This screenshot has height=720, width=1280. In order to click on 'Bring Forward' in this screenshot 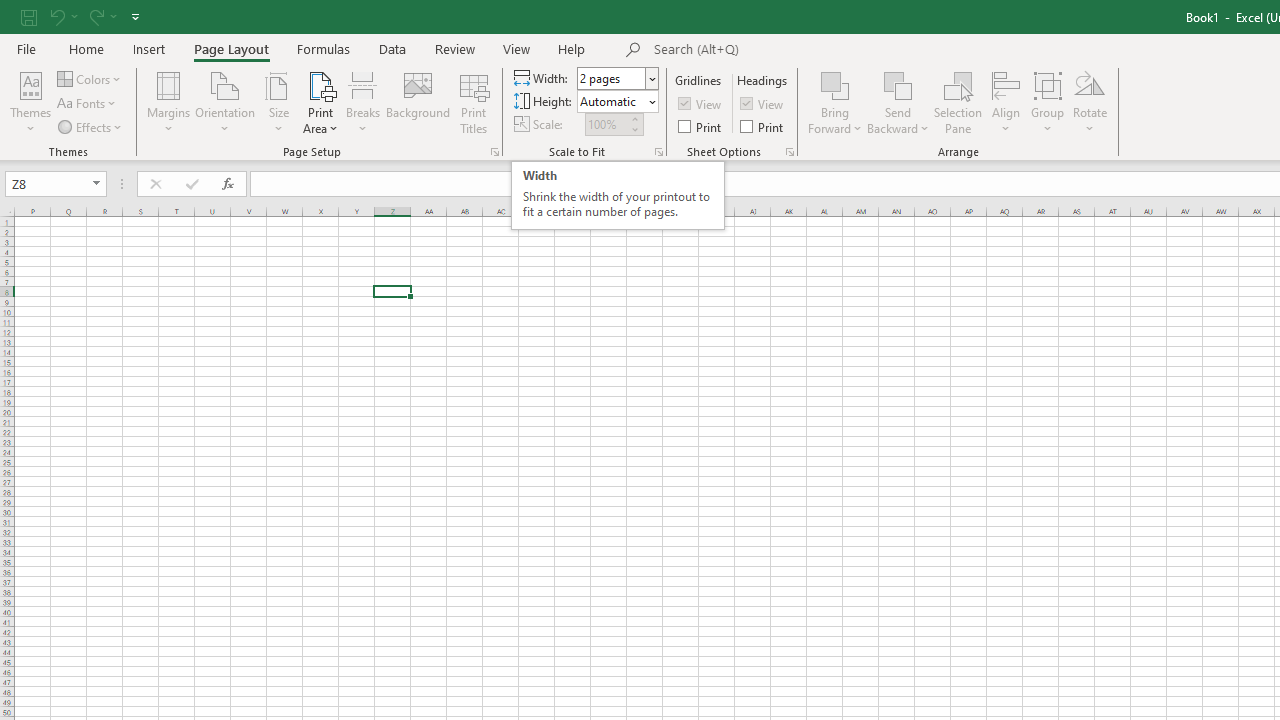, I will do `click(835, 103)`.